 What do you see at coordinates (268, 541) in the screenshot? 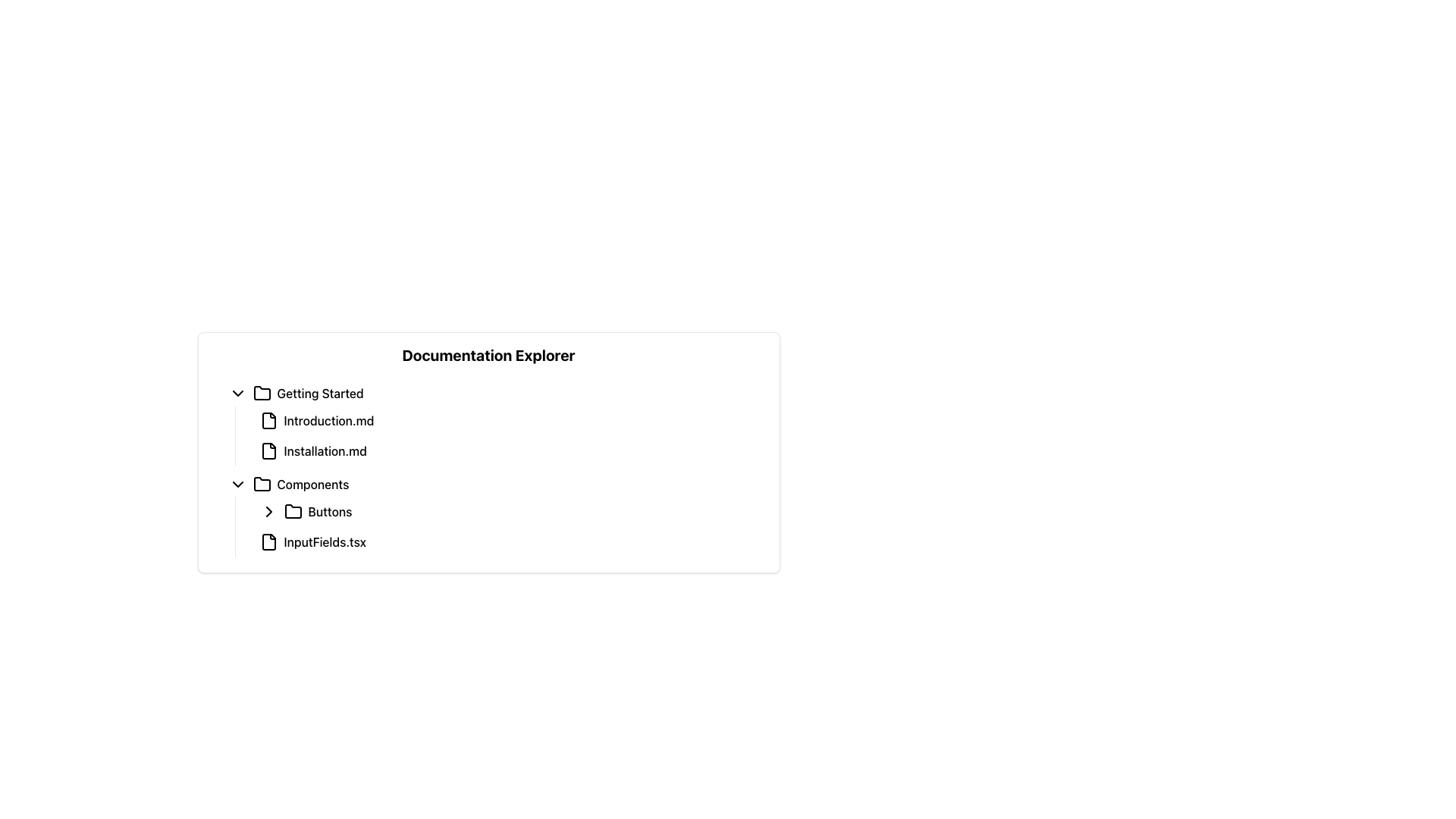
I see `the file document icon located next to the text 'InputFields.tsx' in the expanded 'Components' section` at bounding box center [268, 541].